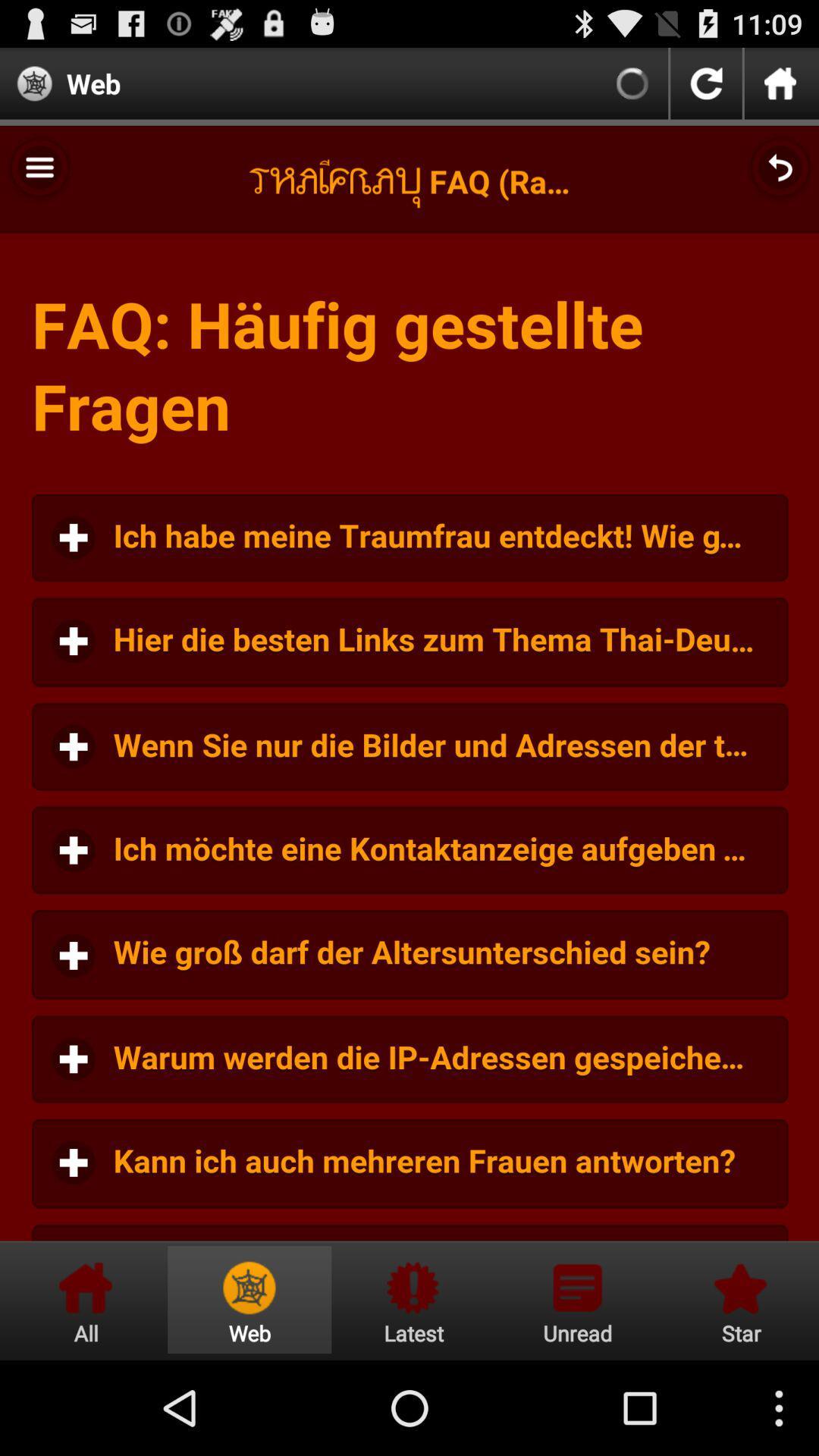  I want to click on like this page, so click(738, 1299).